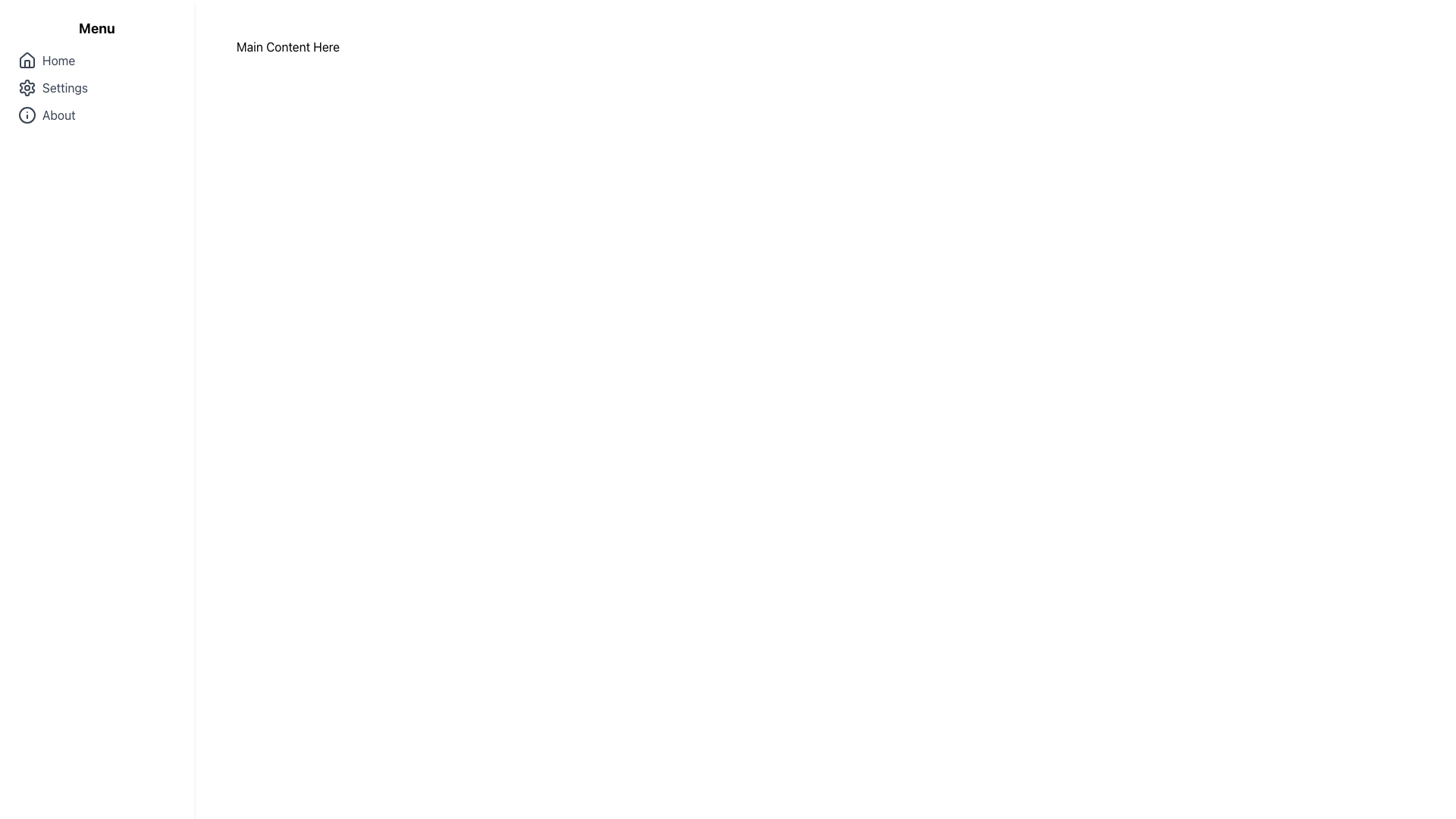  What do you see at coordinates (27, 87) in the screenshot?
I see `the gear-like icon representing settings in the left navigation menu, which is located second under the 'Home' icon and next to the 'Settings' label` at bounding box center [27, 87].